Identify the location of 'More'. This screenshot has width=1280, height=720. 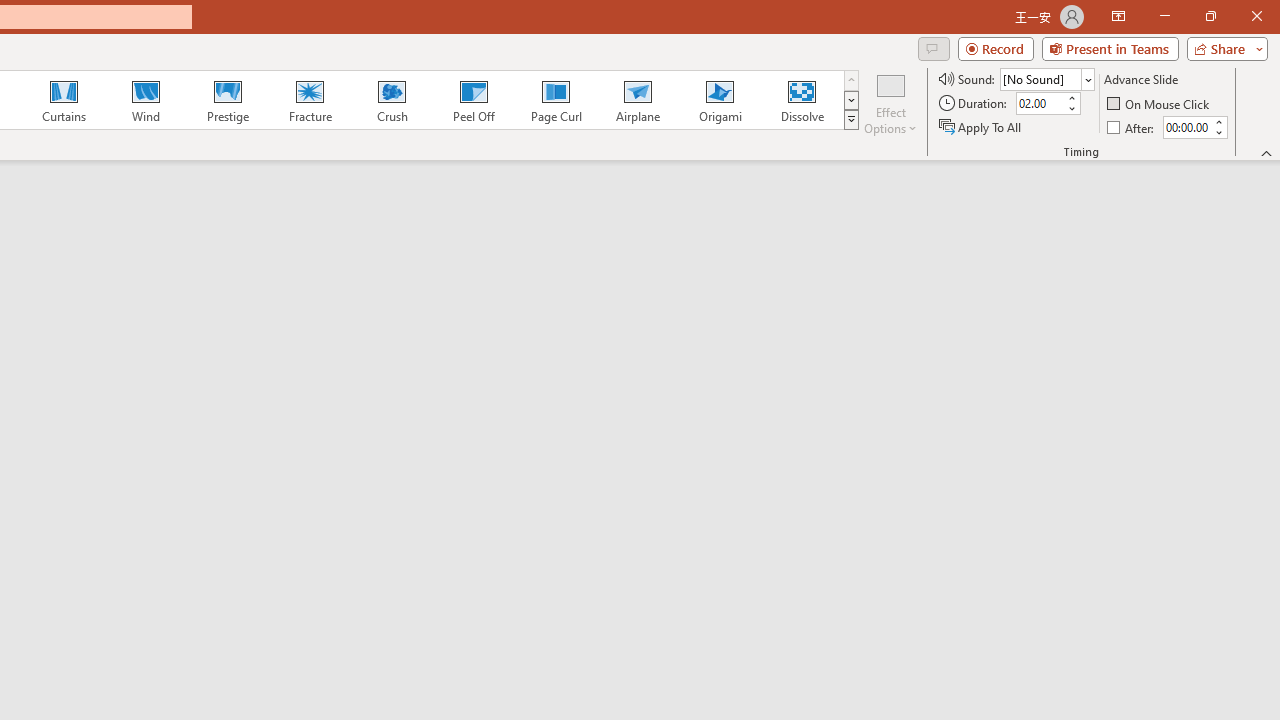
(1217, 121).